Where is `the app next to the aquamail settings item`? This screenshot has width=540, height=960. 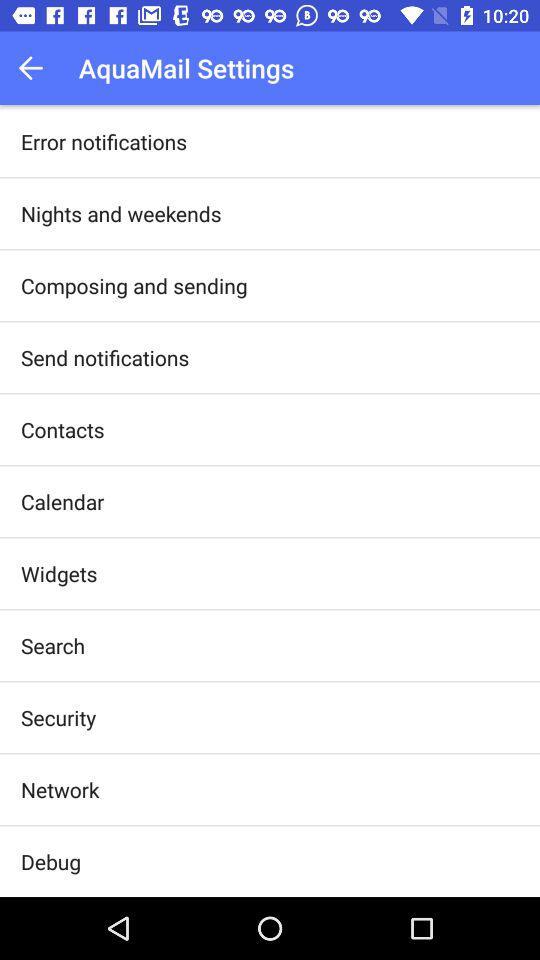 the app next to the aquamail settings item is located at coordinates (36, 68).